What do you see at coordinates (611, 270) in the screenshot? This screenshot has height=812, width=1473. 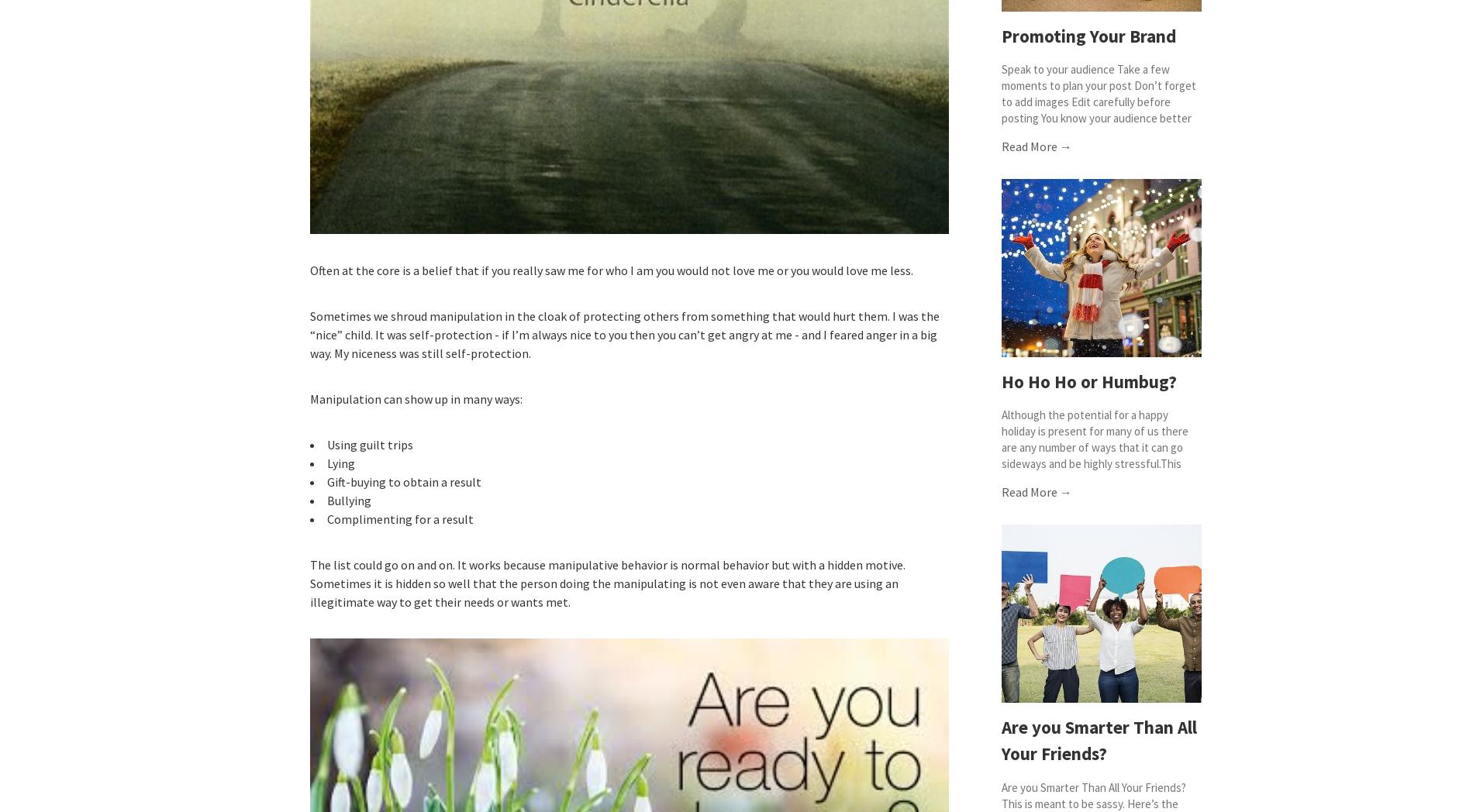 I see `'Often at the core is a belief that if you really saw me for who I am you would not love me or you would love me less.'` at bounding box center [611, 270].